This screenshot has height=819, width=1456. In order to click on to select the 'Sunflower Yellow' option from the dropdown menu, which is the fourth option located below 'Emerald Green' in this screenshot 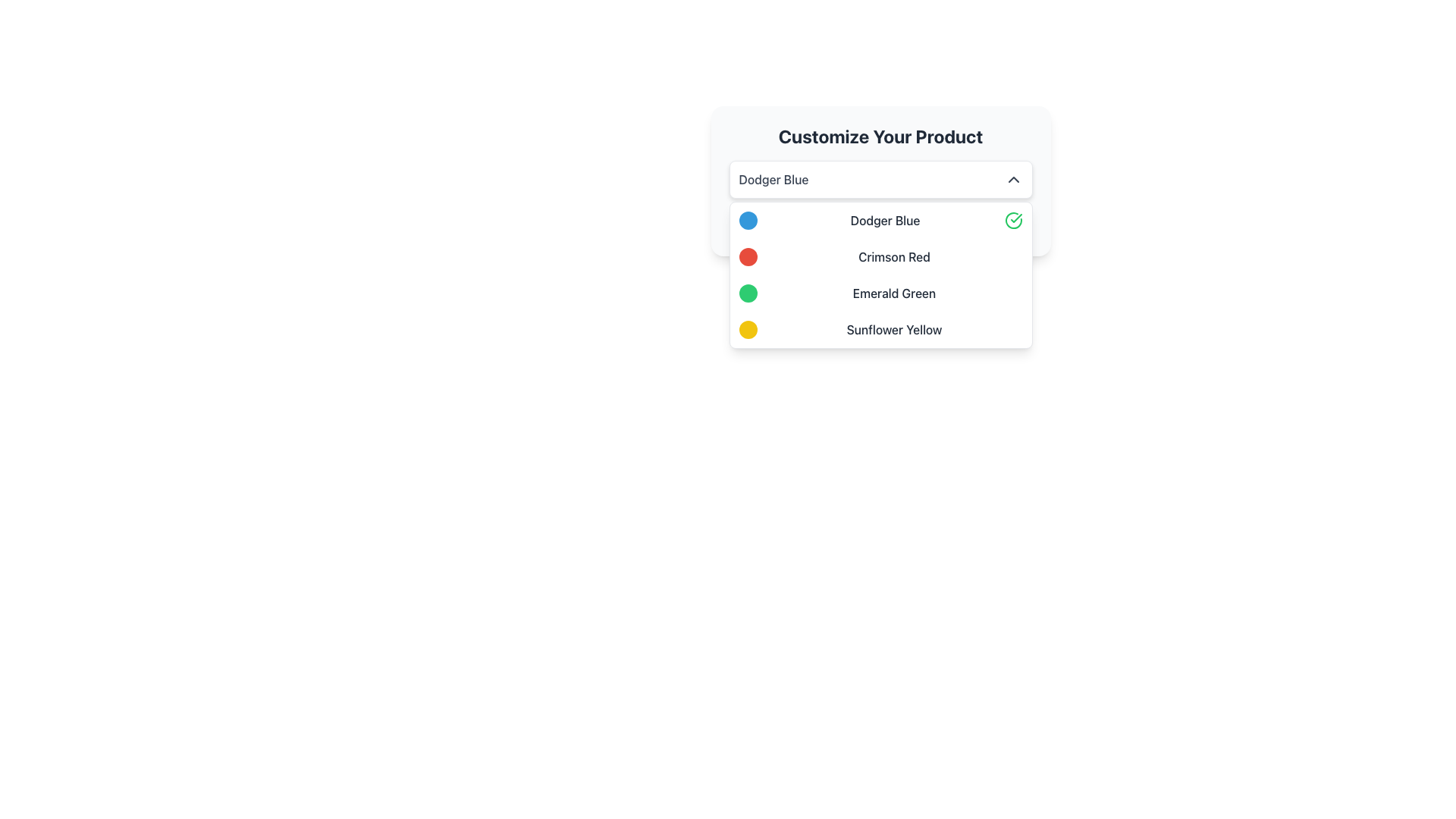, I will do `click(880, 329)`.